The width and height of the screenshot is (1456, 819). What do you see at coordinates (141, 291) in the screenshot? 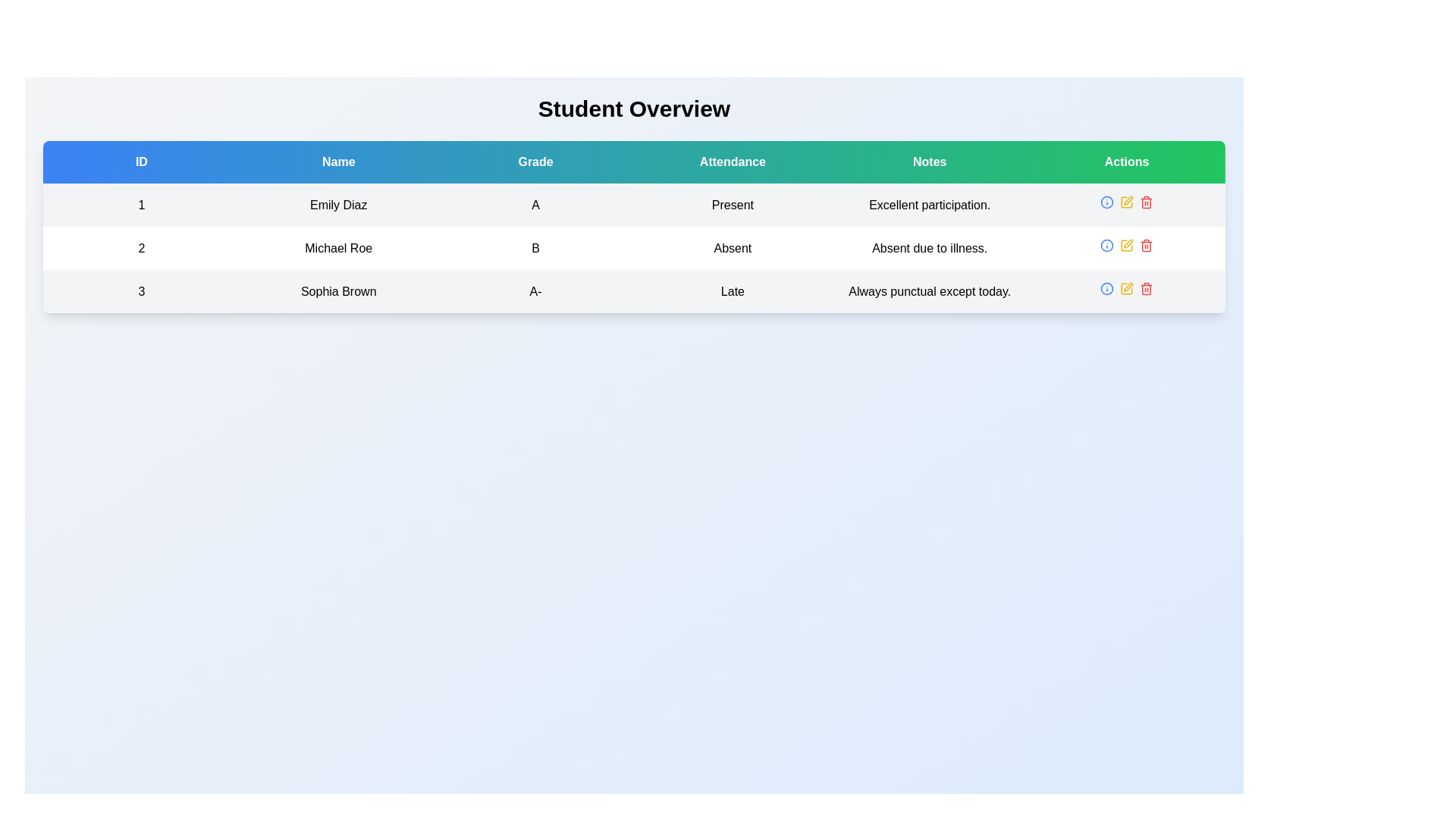
I see `the Text label` at bounding box center [141, 291].